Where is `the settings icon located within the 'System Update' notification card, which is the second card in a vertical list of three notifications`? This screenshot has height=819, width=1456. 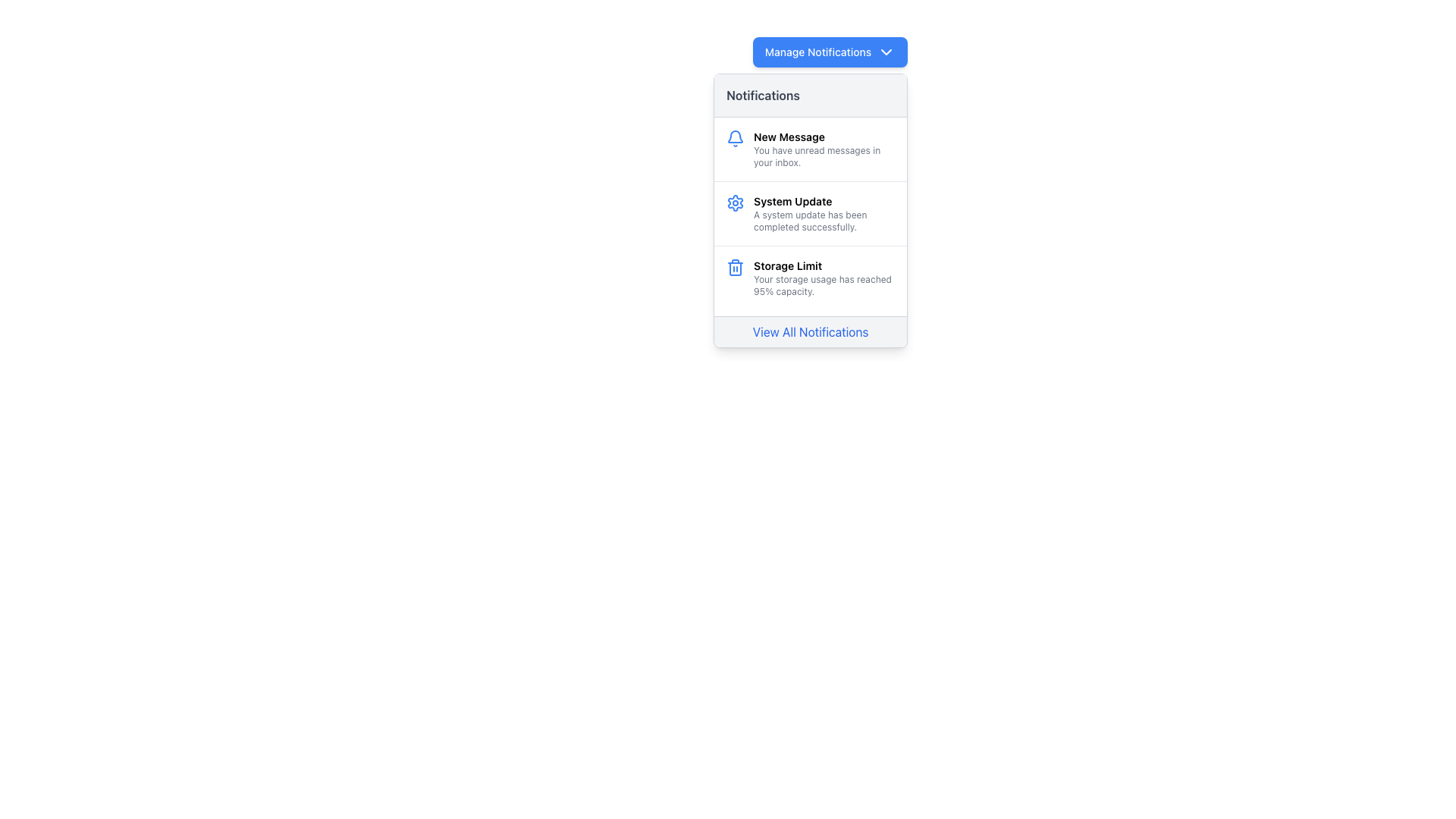 the settings icon located within the 'System Update' notification card, which is the second card in a vertical list of three notifications is located at coordinates (735, 213).